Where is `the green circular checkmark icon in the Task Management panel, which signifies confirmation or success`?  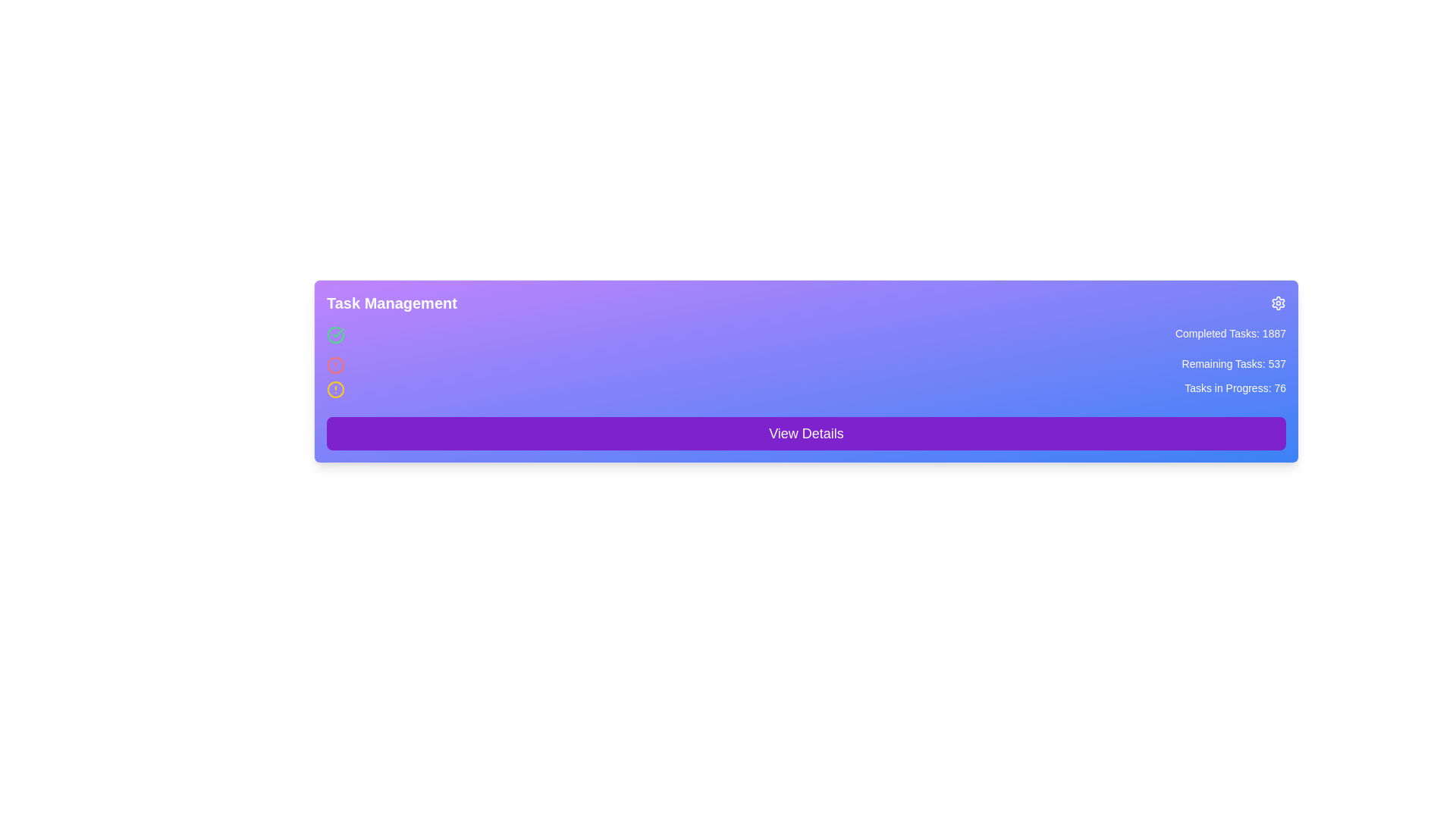 the green circular checkmark icon in the Task Management panel, which signifies confirmation or success is located at coordinates (337, 332).